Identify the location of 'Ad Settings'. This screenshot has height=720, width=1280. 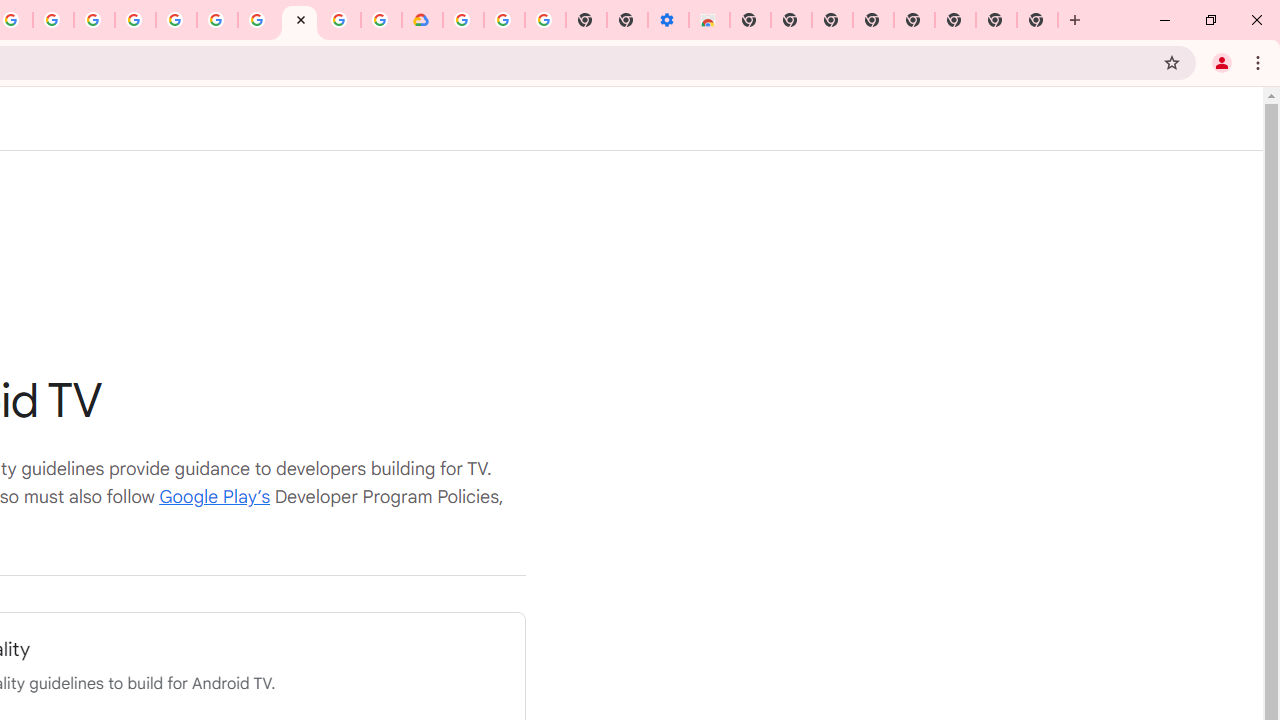
(134, 20).